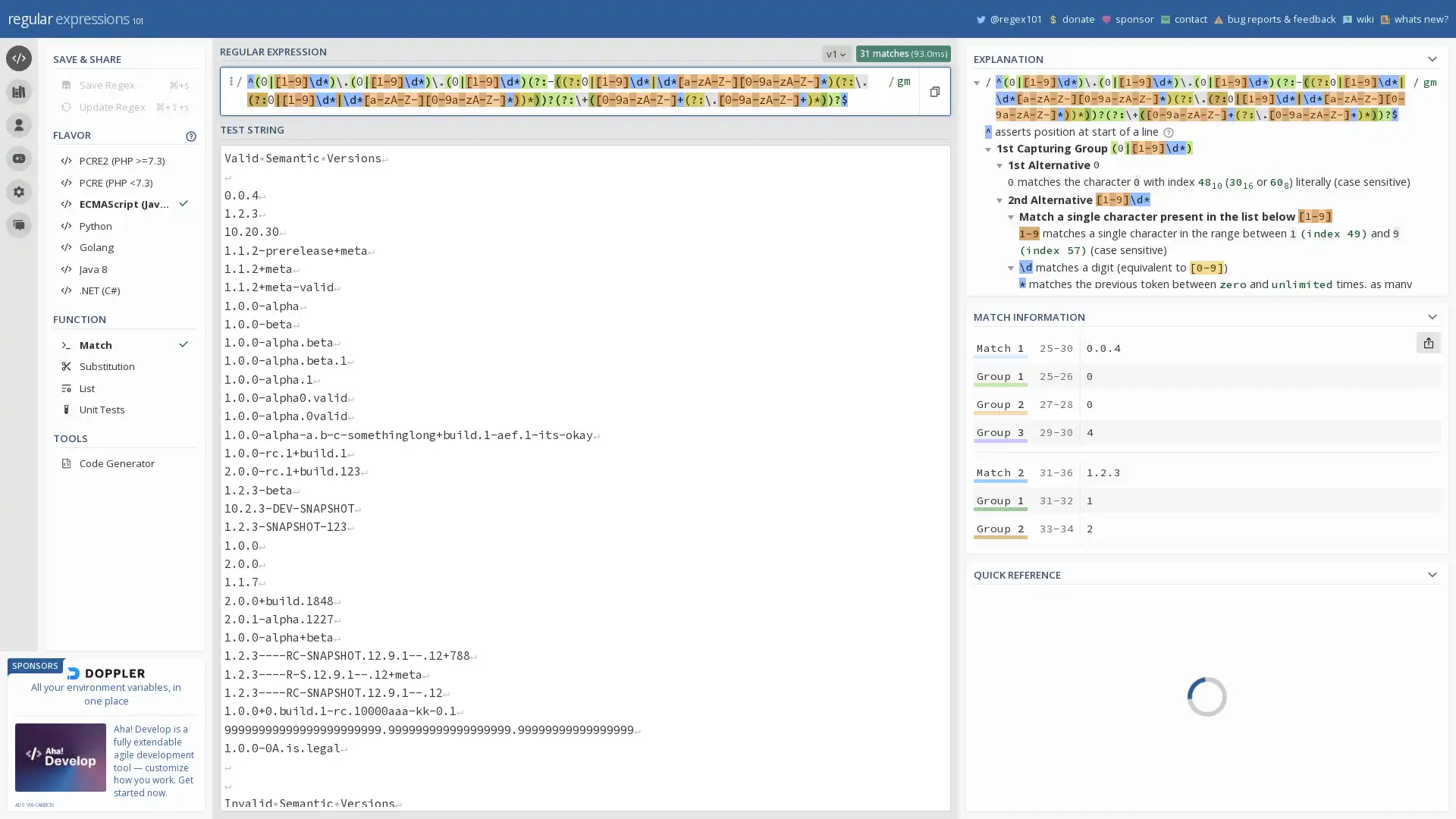 The width and height of the screenshot is (1456, 819). I want to click on Collapse Subtree, so click(1002, 199).